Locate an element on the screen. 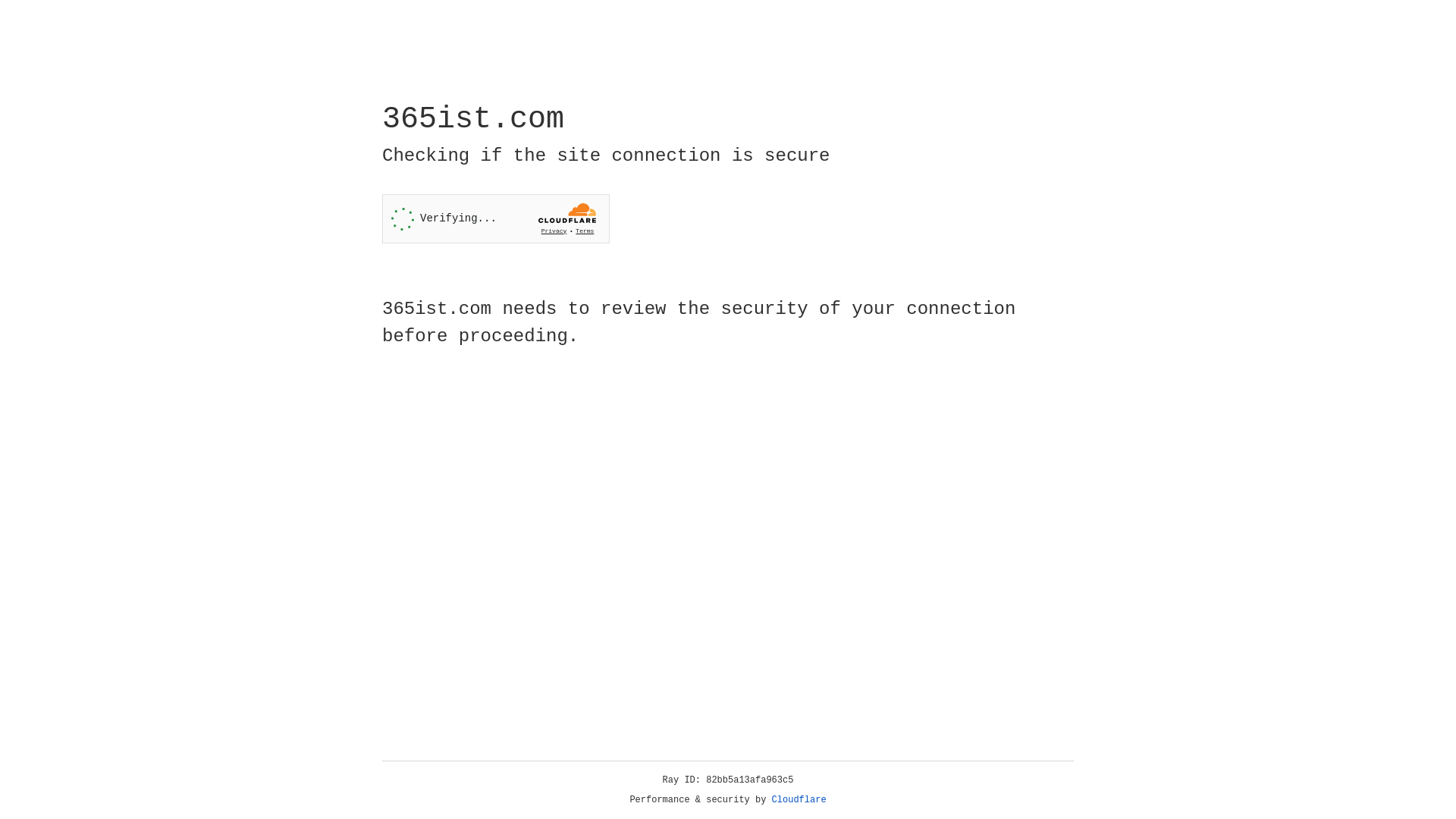 This screenshot has height=819, width=1456. 'Cloudflare' is located at coordinates (799, 799).